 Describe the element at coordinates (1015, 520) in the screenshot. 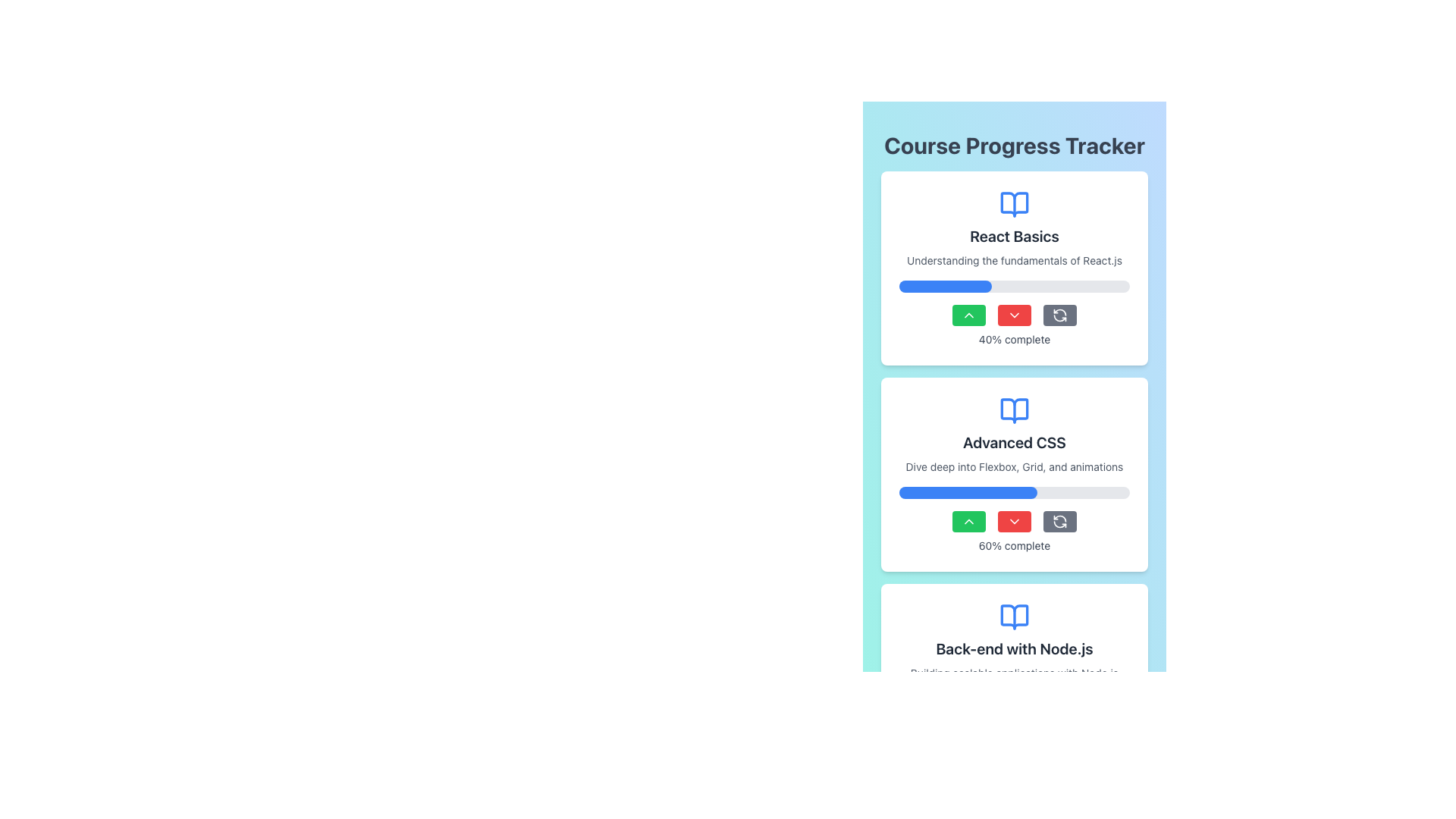

I see `the red down action SVG icon located in the second section of the 'Advanced CSS' list` at that location.